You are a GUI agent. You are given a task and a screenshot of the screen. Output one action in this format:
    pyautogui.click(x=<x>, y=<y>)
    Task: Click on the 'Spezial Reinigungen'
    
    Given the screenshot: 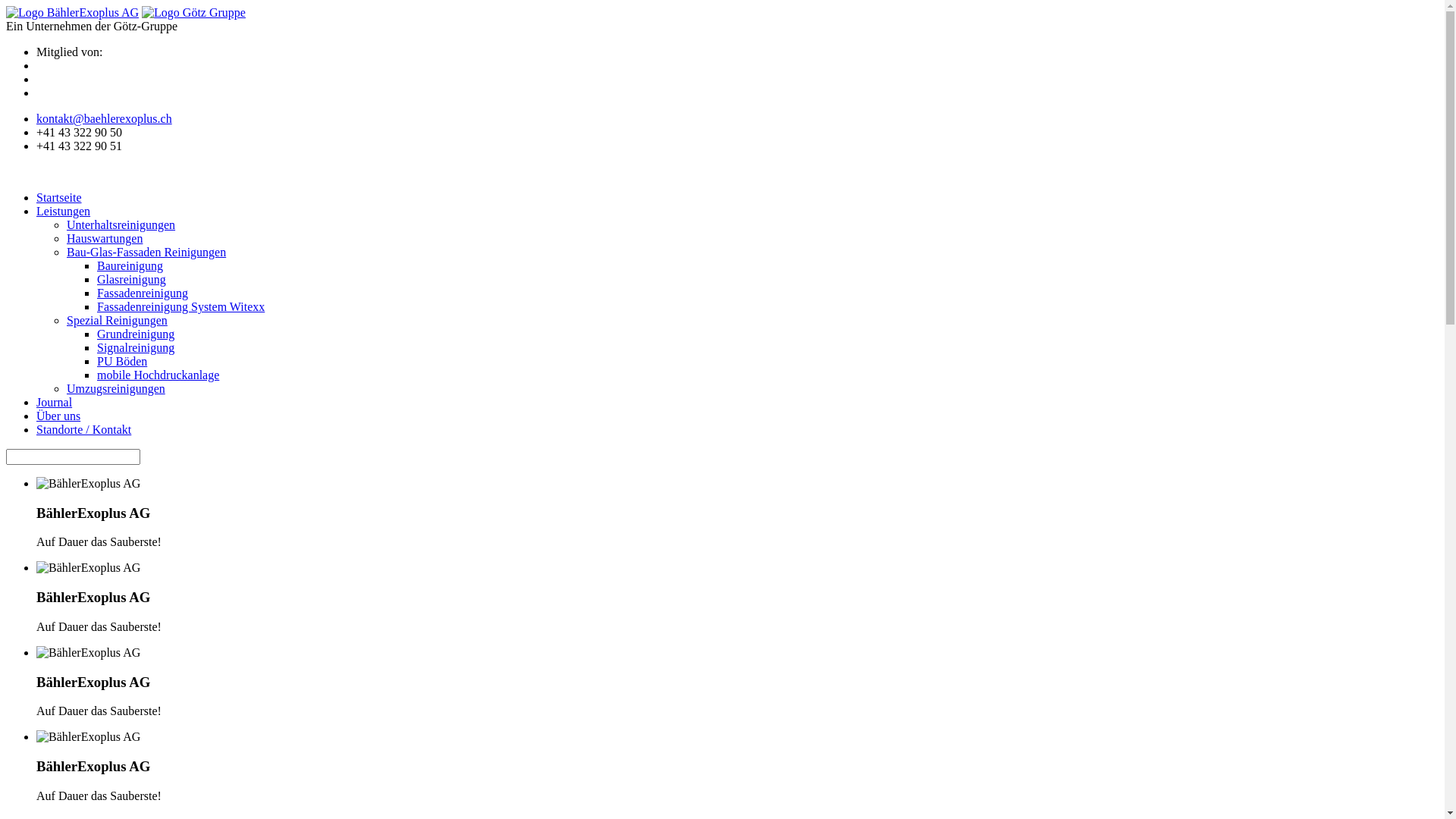 What is the action you would take?
    pyautogui.click(x=65, y=319)
    